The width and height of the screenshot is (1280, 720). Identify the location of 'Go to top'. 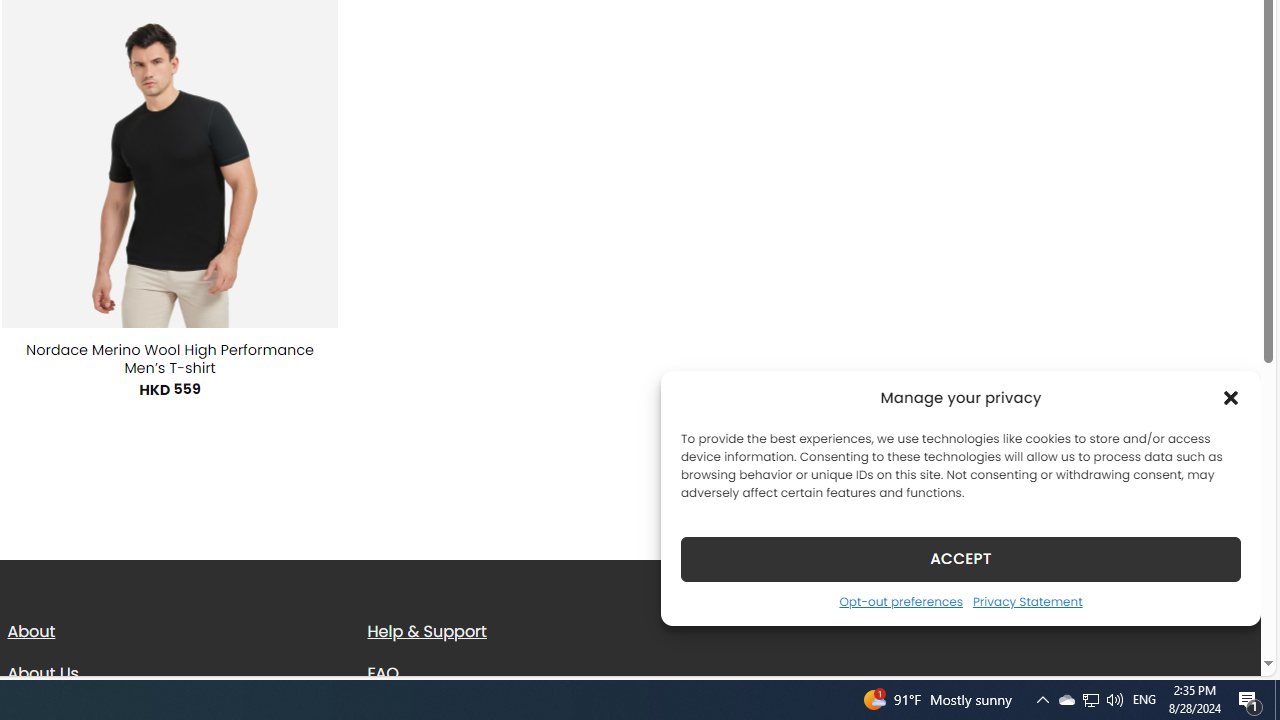
(1219, 648).